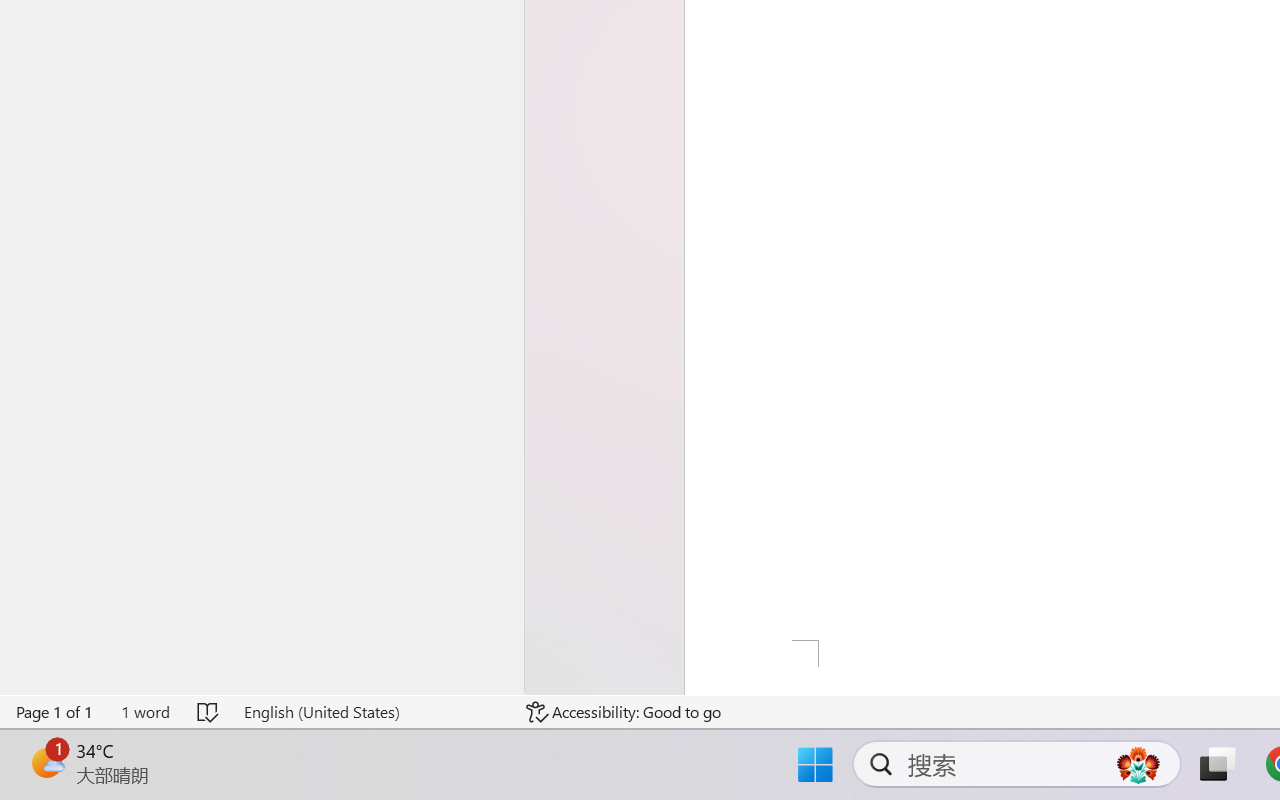 The width and height of the screenshot is (1280, 800). Describe the element at coordinates (1138, 764) in the screenshot. I see `'AutomationID: DynamicSearchBoxGleamImage'` at that location.